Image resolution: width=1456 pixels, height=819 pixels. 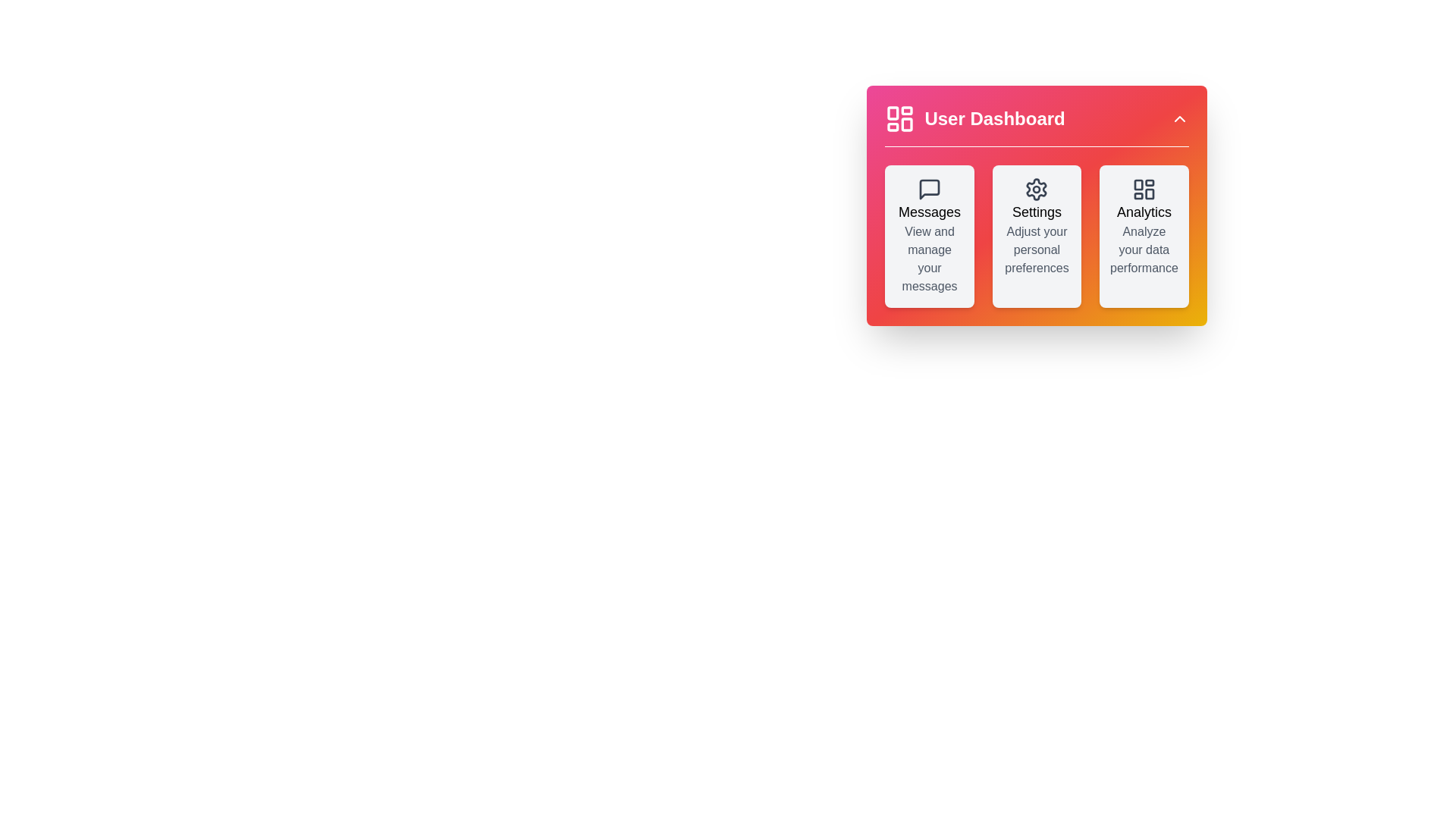 I want to click on the small rectangle in the bottom-right corner of the icon grid in the 'User Dashboard' panel, so click(x=907, y=124).